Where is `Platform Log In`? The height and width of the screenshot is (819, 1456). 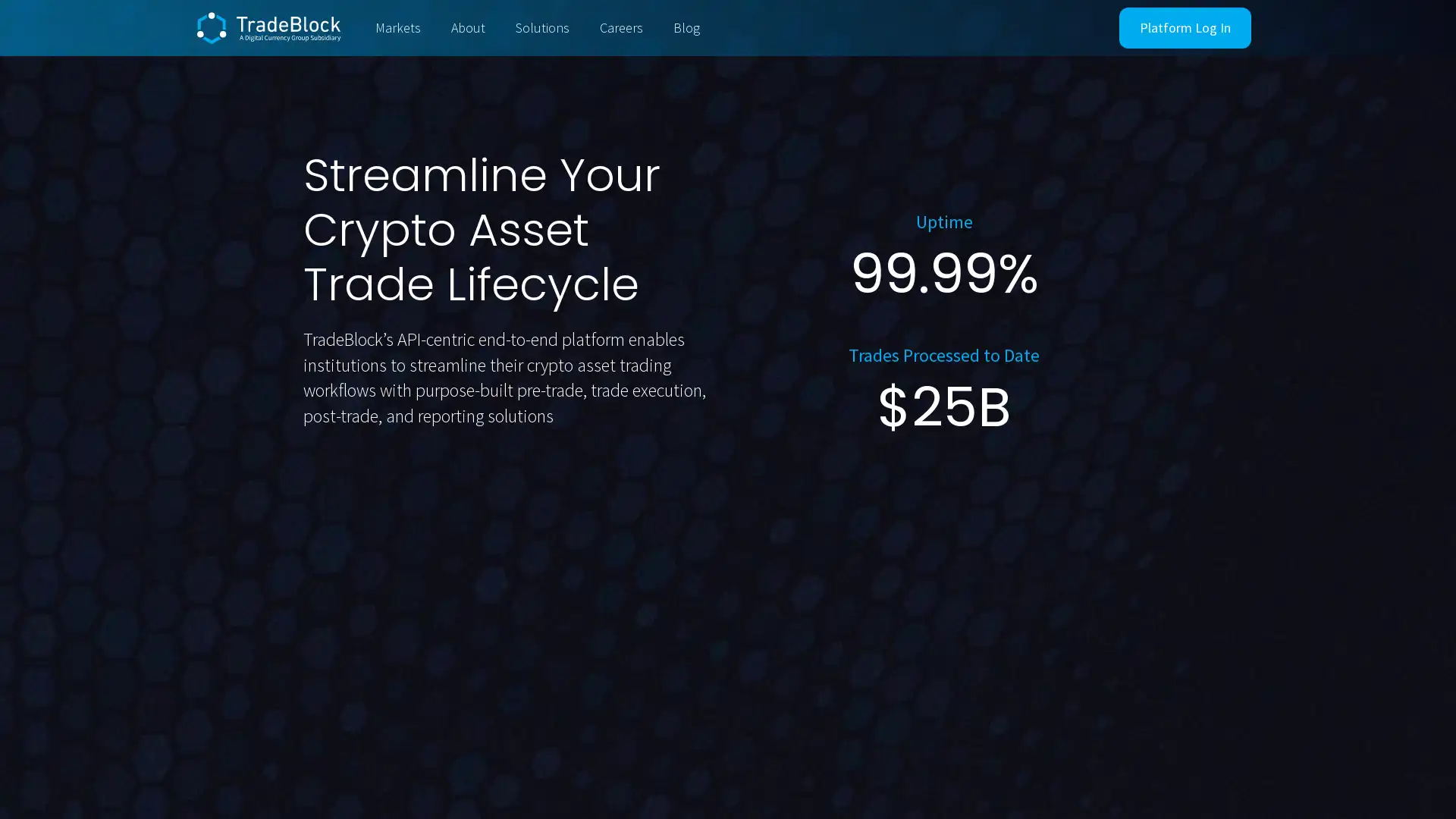
Platform Log In is located at coordinates (1185, 28).